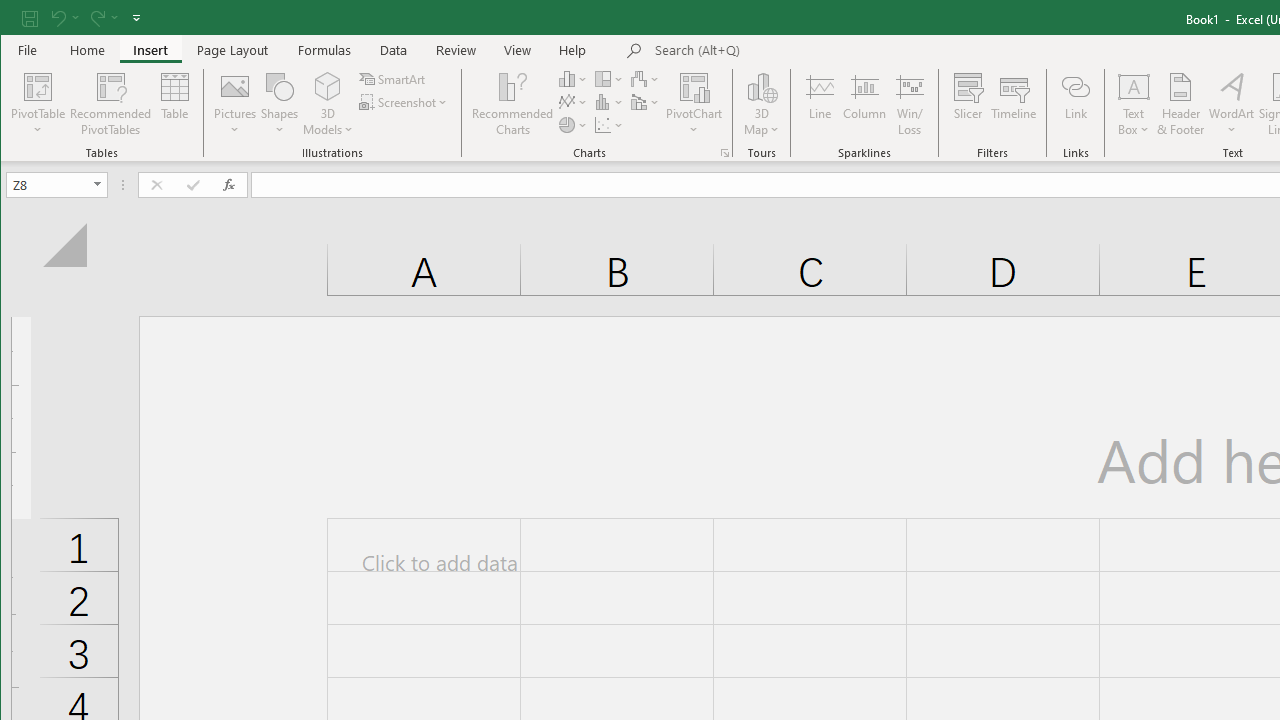 The width and height of the screenshot is (1280, 720). What do you see at coordinates (572, 78) in the screenshot?
I see `'Insert Column or Bar Chart'` at bounding box center [572, 78].